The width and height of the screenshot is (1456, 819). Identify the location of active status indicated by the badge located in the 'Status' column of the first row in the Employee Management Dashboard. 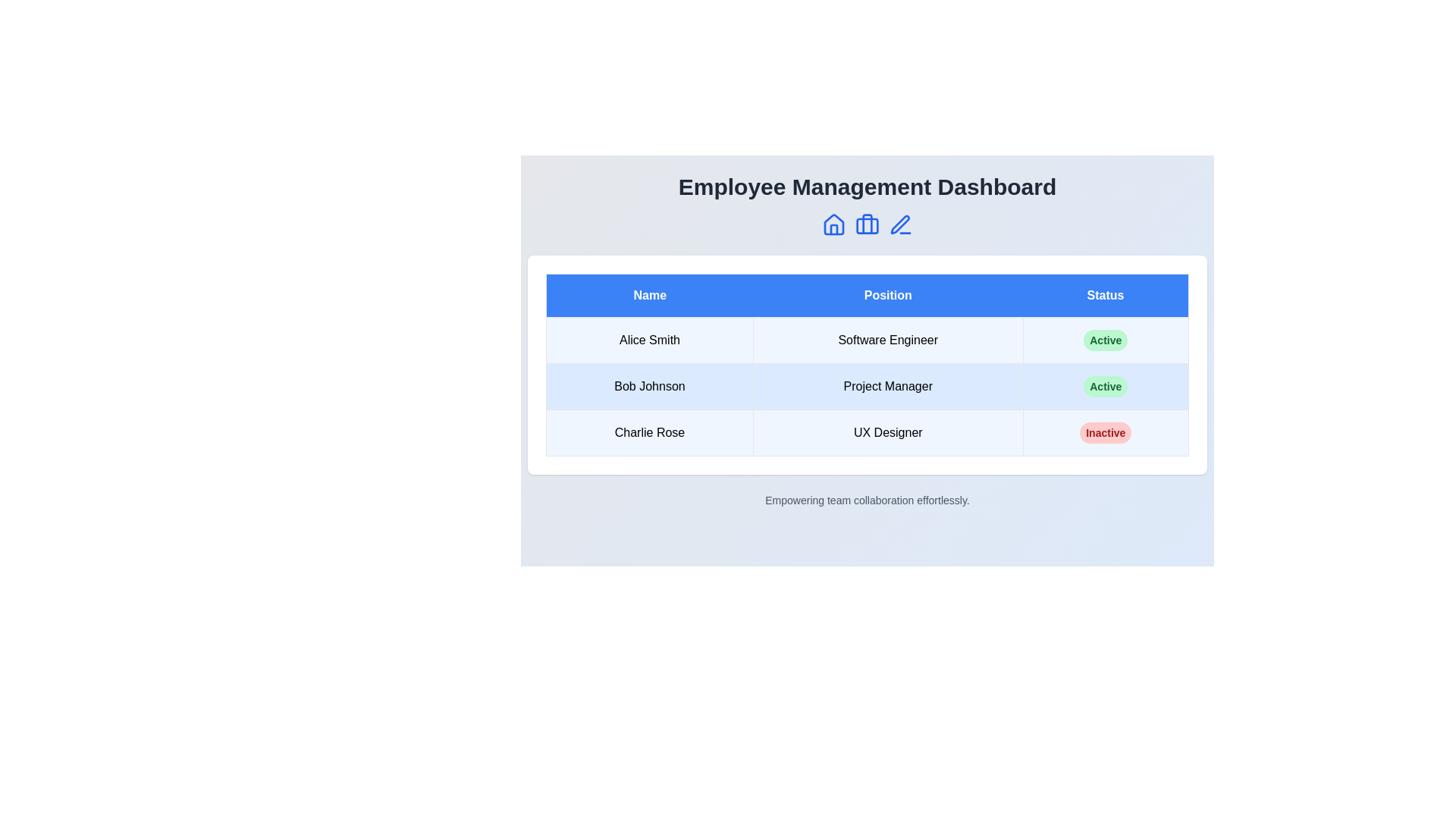
(1106, 339).